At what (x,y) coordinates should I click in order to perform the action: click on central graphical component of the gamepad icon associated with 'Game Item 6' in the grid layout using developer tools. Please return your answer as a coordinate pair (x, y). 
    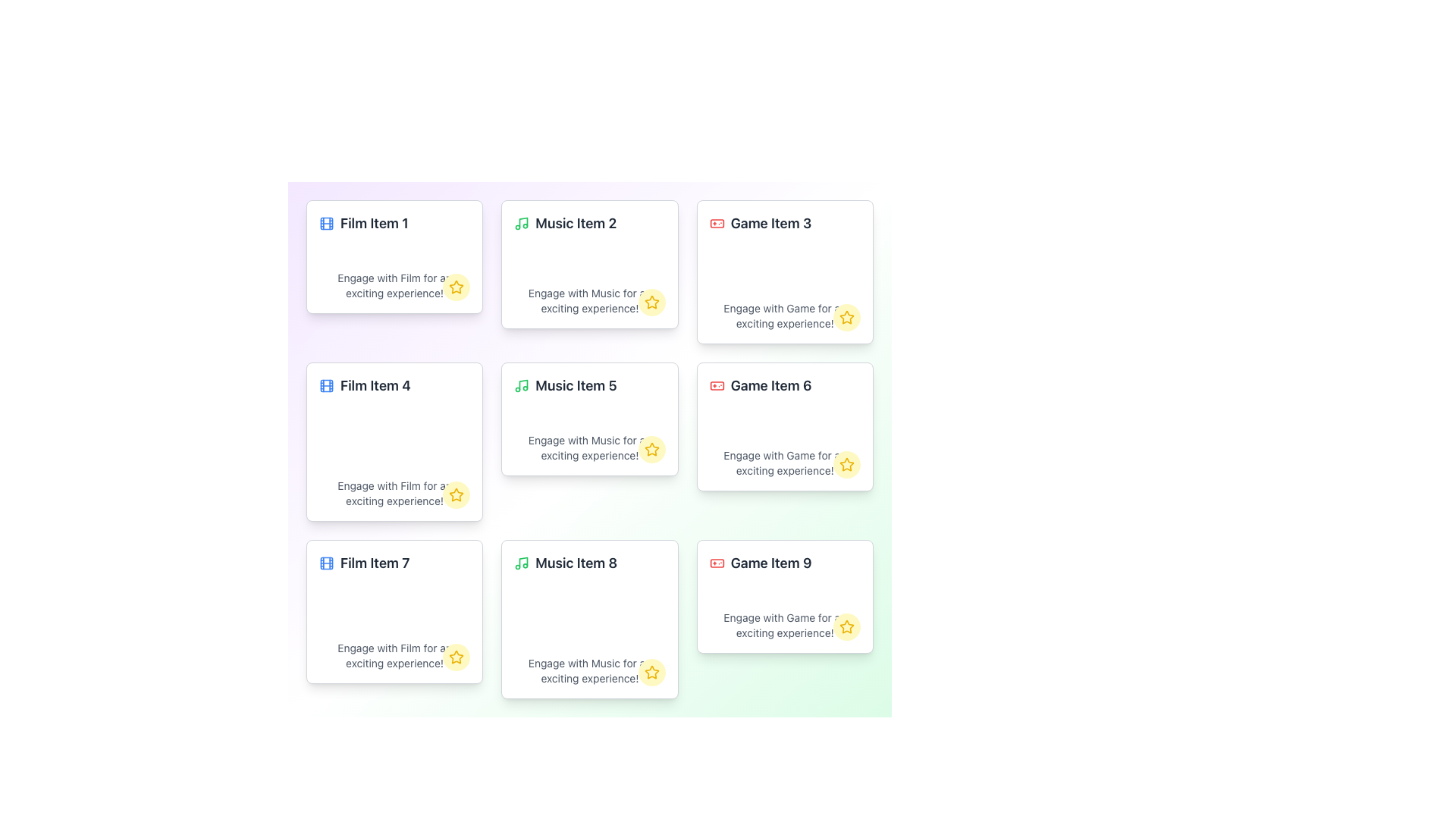
    Looking at the image, I should click on (716, 385).